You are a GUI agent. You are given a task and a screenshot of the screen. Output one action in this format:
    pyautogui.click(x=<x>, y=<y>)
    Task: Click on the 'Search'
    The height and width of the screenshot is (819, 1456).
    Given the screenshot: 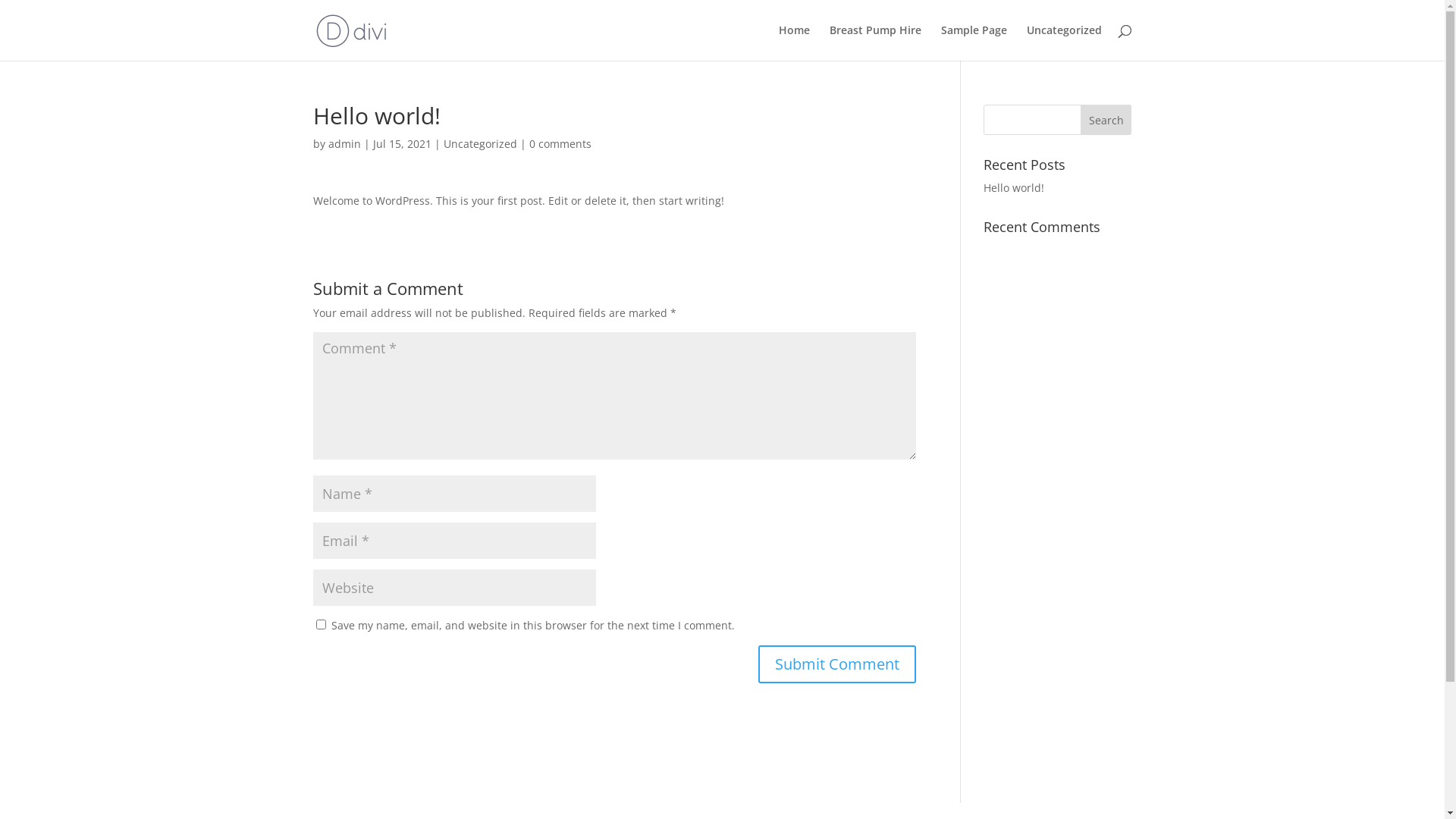 What is the action you would take?
    pyautogui.click(x=1106, y=119)
    